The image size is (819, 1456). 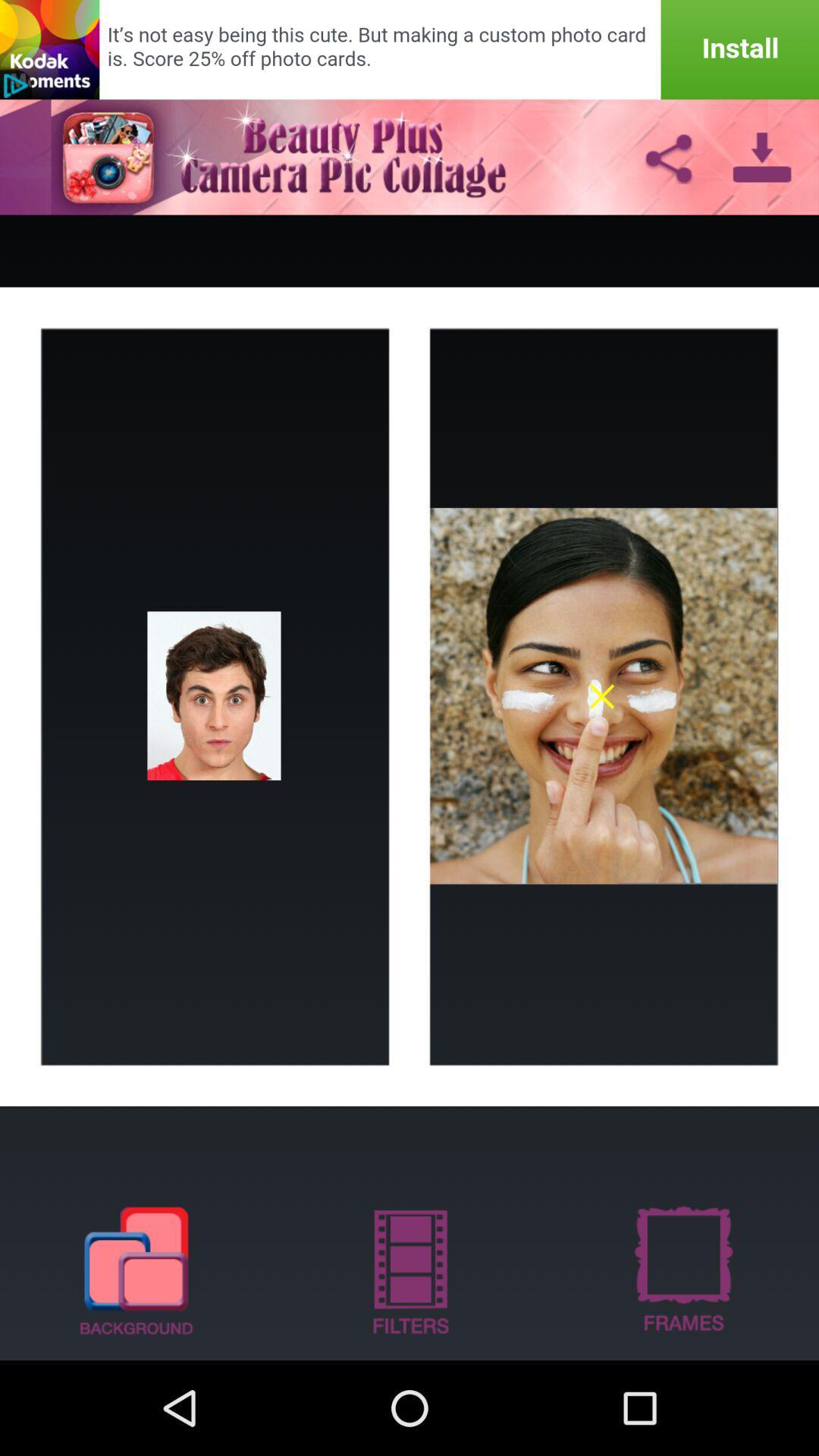 What do you see at coordinates (667, 168) in the screenshot?
I see `the share icon` at bounding box center [667, 168].